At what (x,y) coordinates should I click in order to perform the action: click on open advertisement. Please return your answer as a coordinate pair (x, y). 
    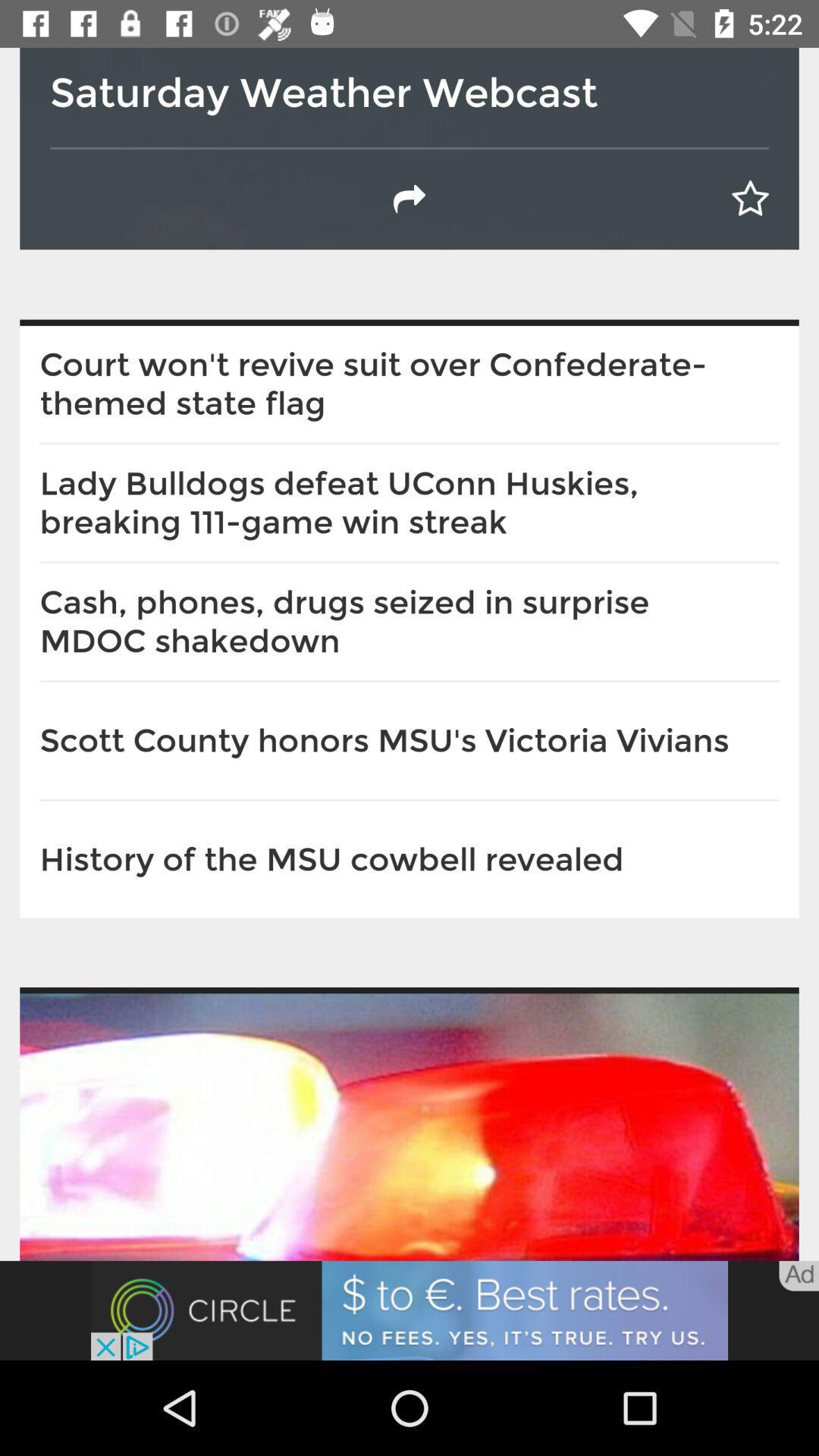
    Looking at the image, I should click on (409, 1310).